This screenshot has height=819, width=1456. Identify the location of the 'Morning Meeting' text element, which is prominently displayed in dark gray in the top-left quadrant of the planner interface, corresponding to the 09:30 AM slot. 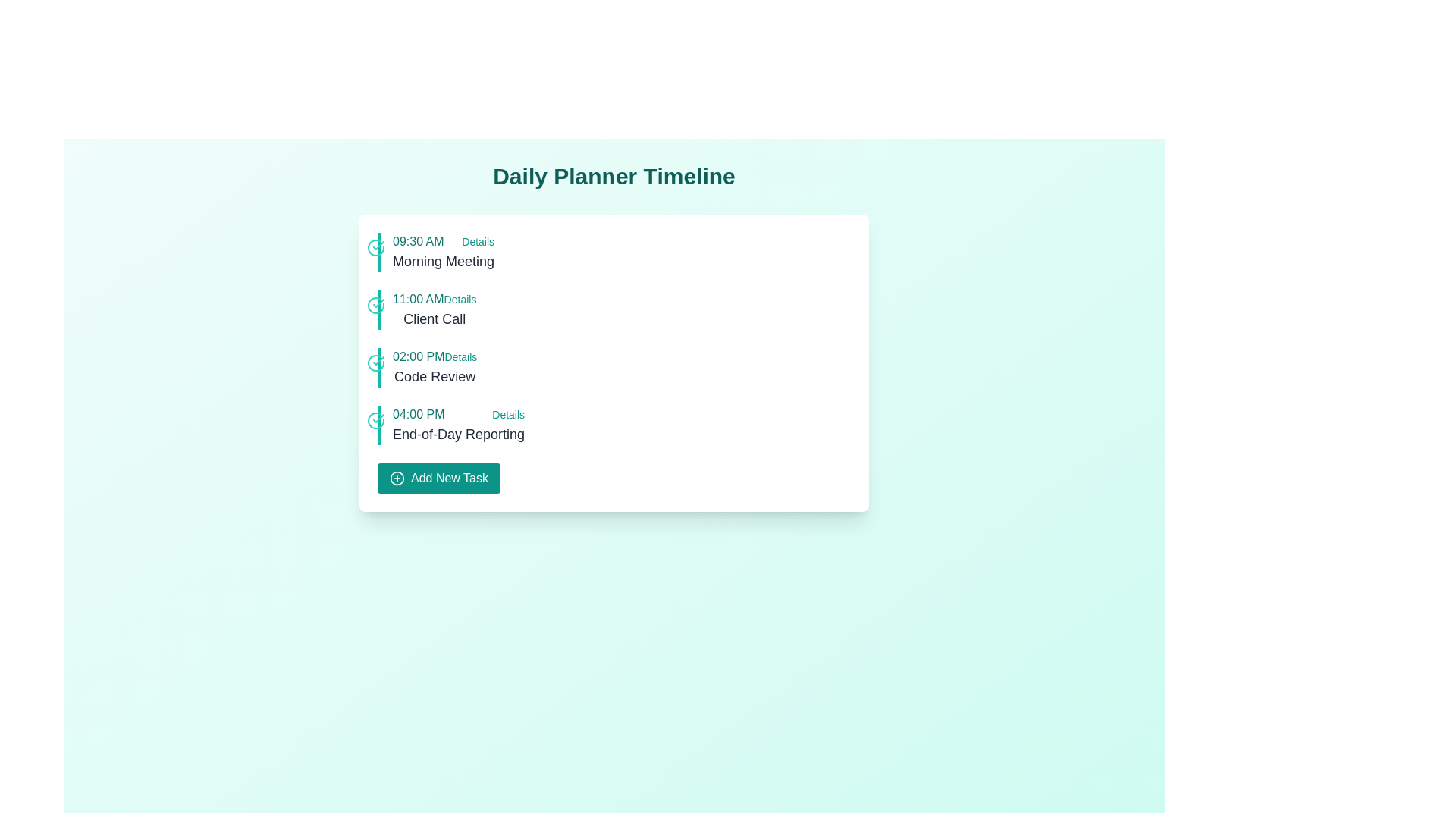
(443, 260).